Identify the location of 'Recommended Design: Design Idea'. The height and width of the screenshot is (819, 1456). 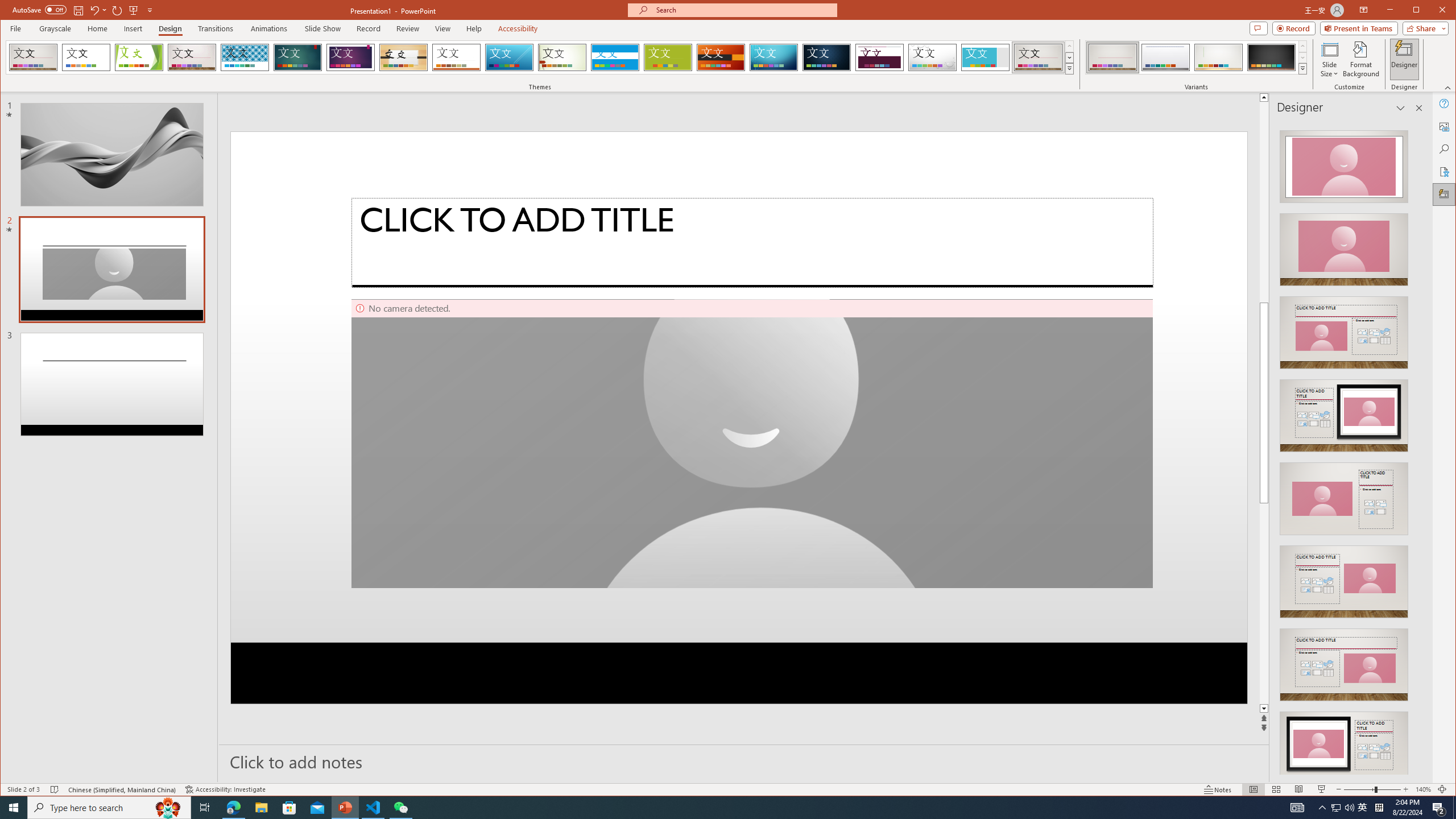
(1343, 163).